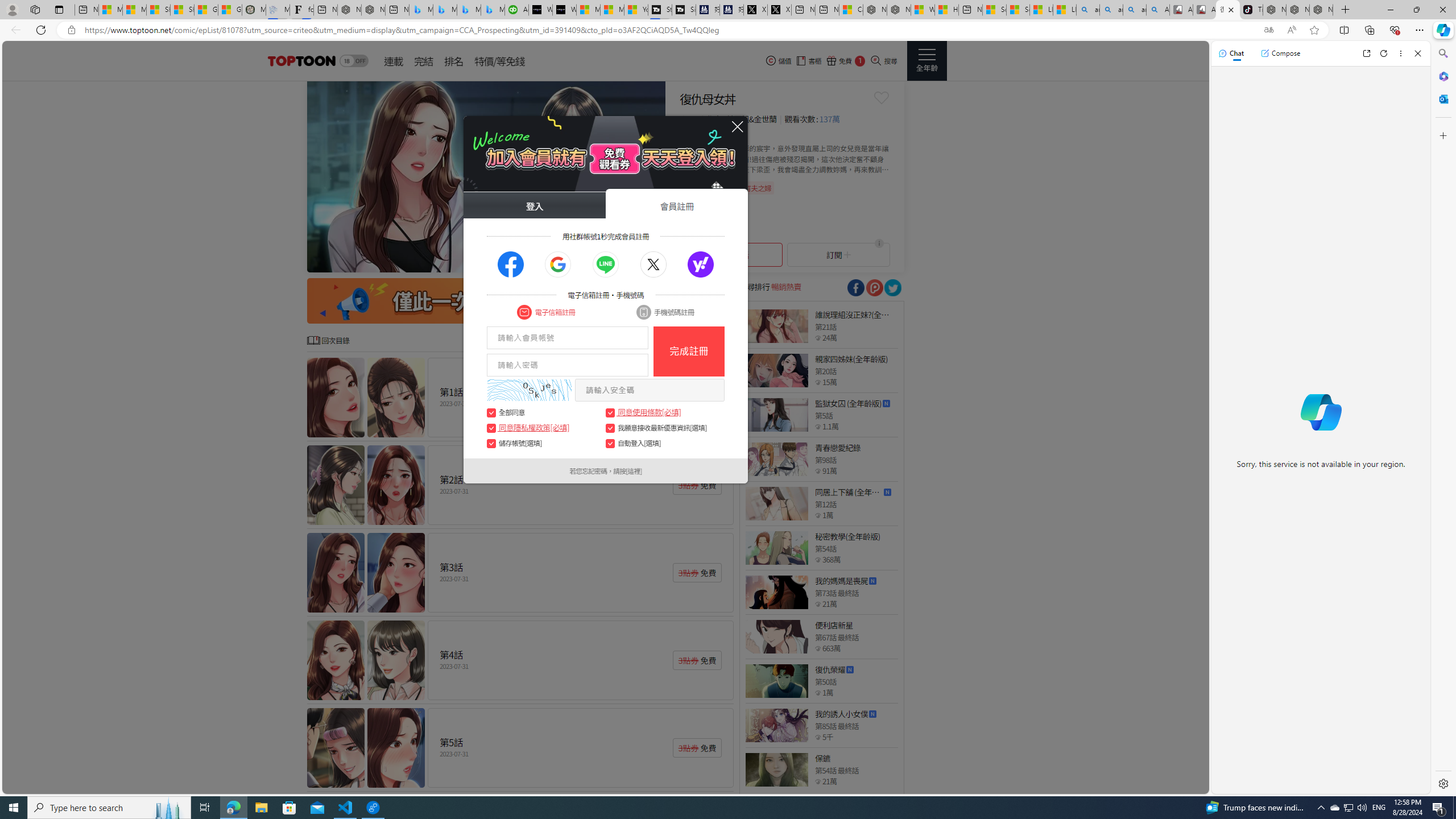  I want to click on 'Nordace - Best Sellers', so click(1275, 9).